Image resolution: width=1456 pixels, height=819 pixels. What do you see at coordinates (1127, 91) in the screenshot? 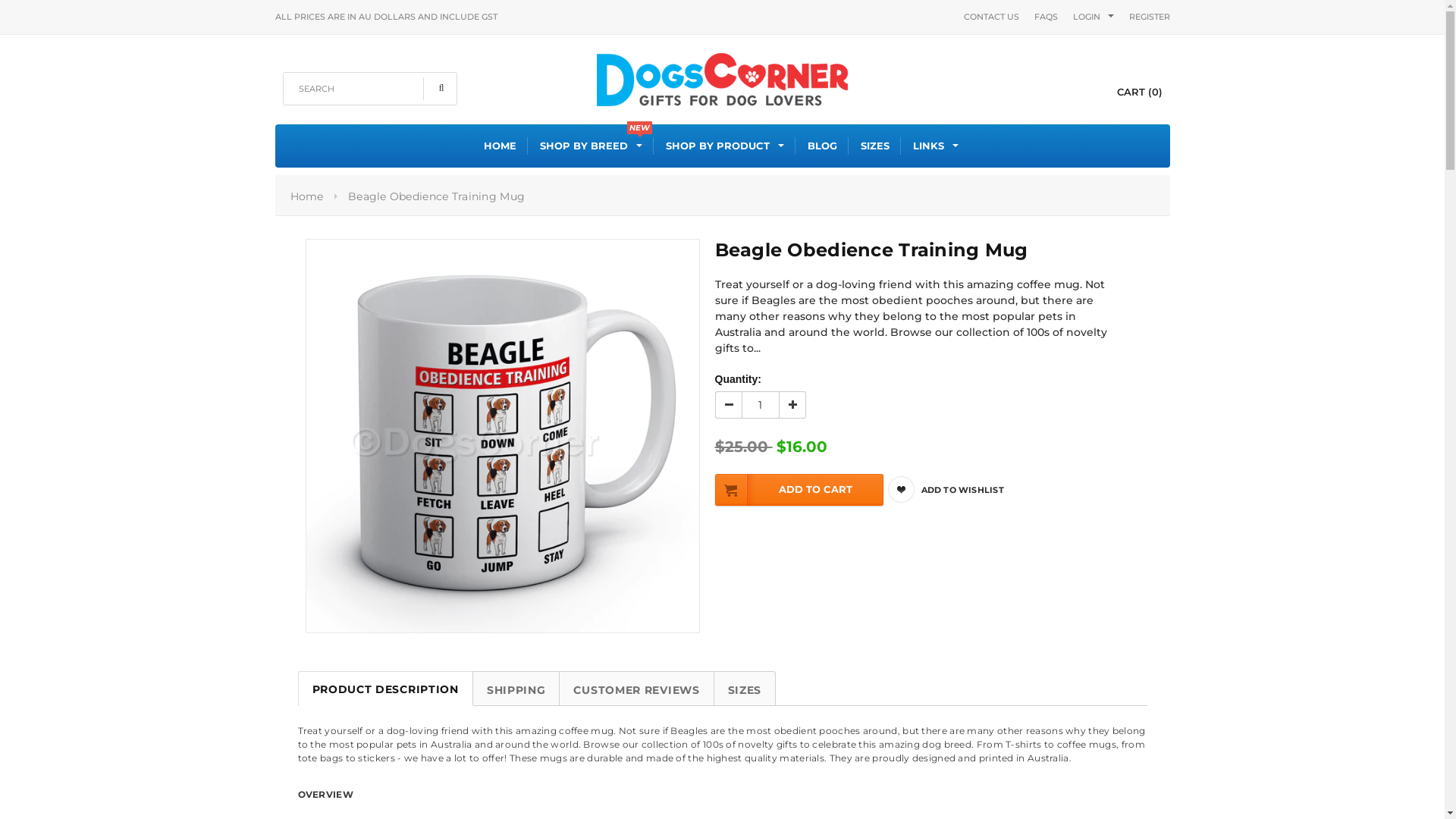
I see `'  CART (0)'` at bounding box center [1127, 91].